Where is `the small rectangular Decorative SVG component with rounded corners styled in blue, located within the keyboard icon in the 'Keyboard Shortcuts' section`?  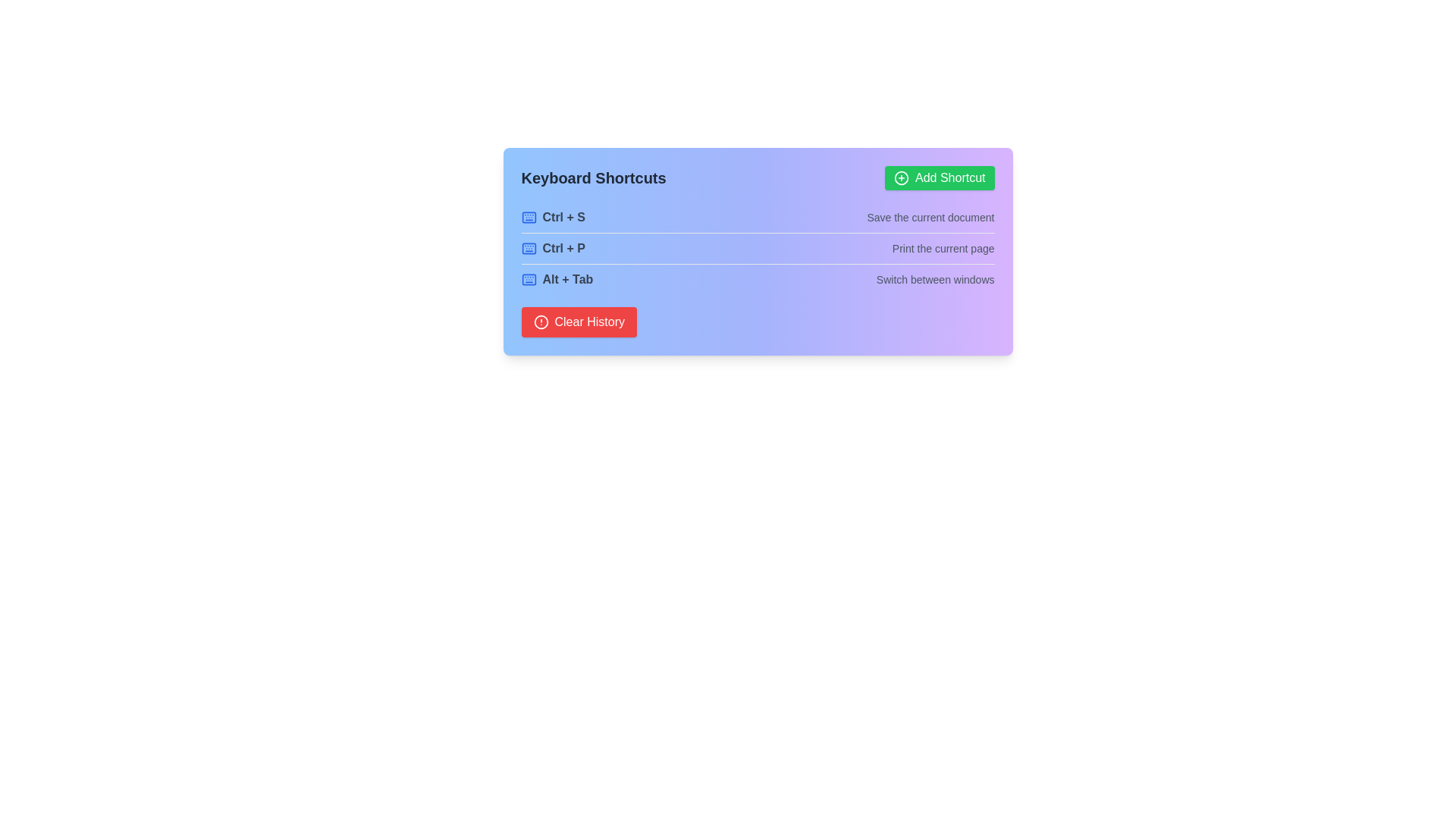 the small rectangular Decorative SVG component with rounded corners styled in blue, located within the keyboard icon in the 'Keyboard Shortcuts' section is located at coordinates (529, 280).